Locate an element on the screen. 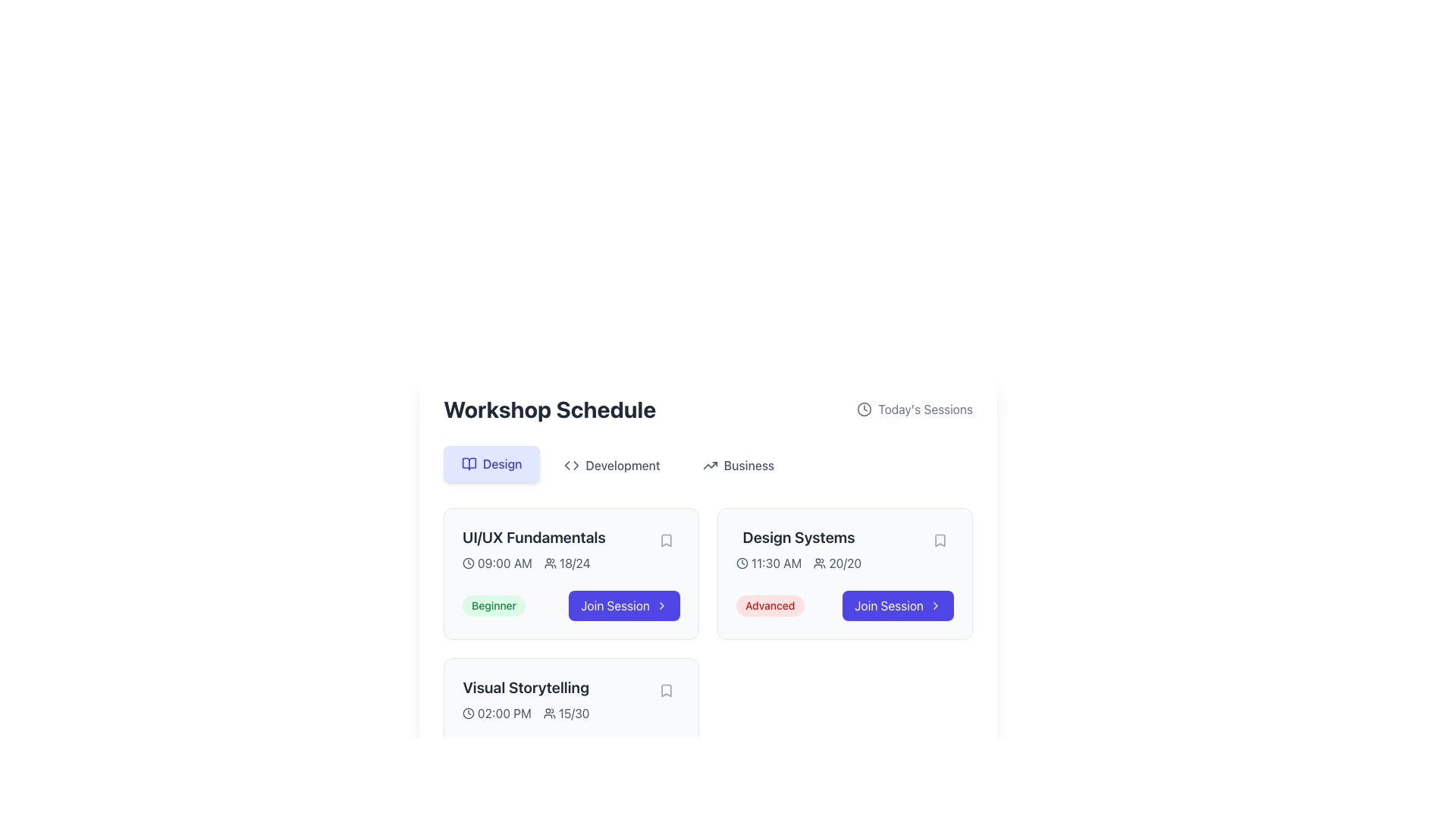 The width and height of the screenshot is (1456, 819). text label displaying '20/20' that is located next to an icon of two user silhouettes in the 'Design Systems' session card, specifically the second text element in the vertical list is located at coordinates (836, 563).